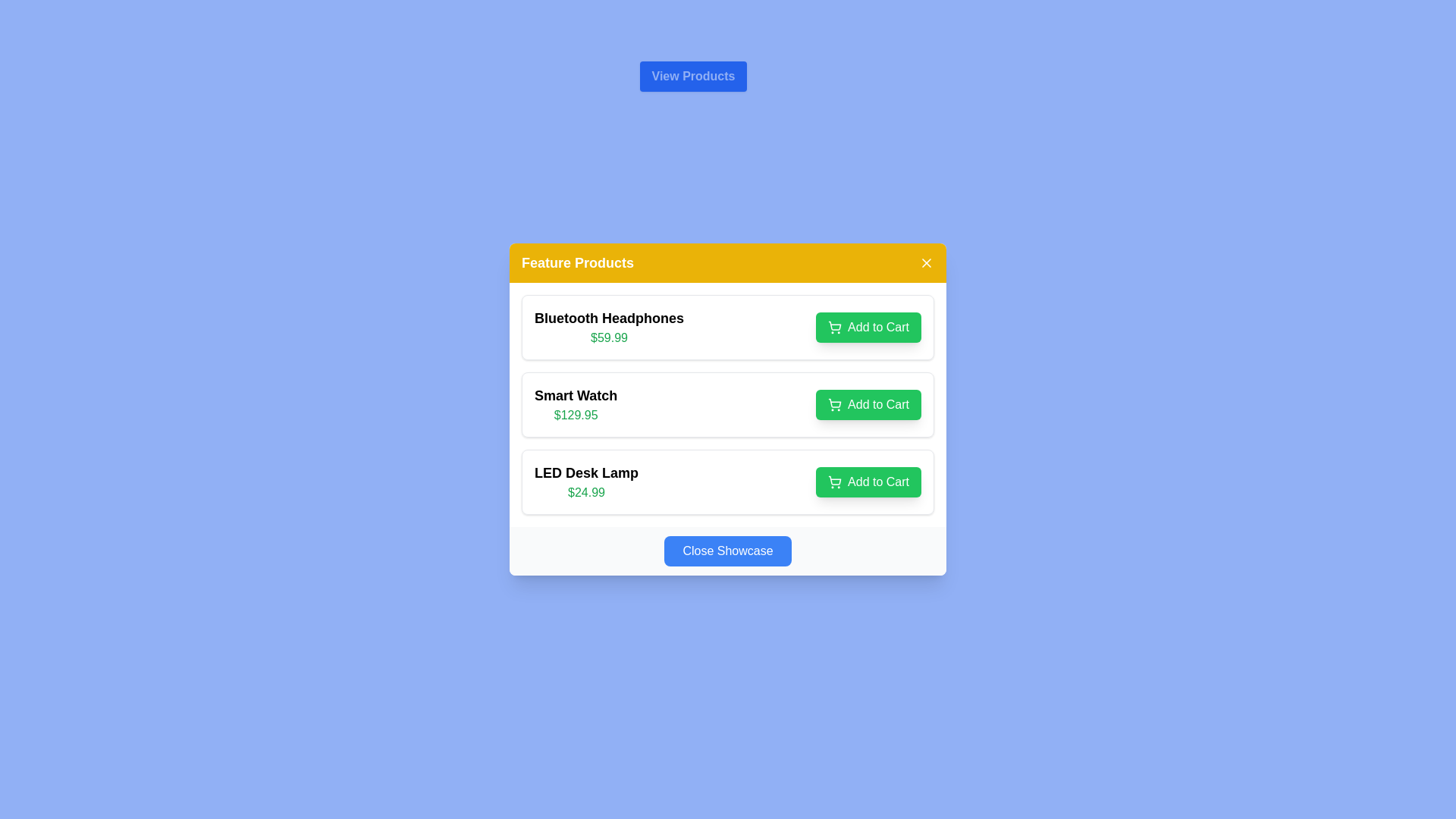 The height and width of the screenshot is (819, 1456). I want to click on the 'Add to Cart' icon associated with the 'LED Desk Lamp' product, located on the right side of the third product item row, so click(834, 482).